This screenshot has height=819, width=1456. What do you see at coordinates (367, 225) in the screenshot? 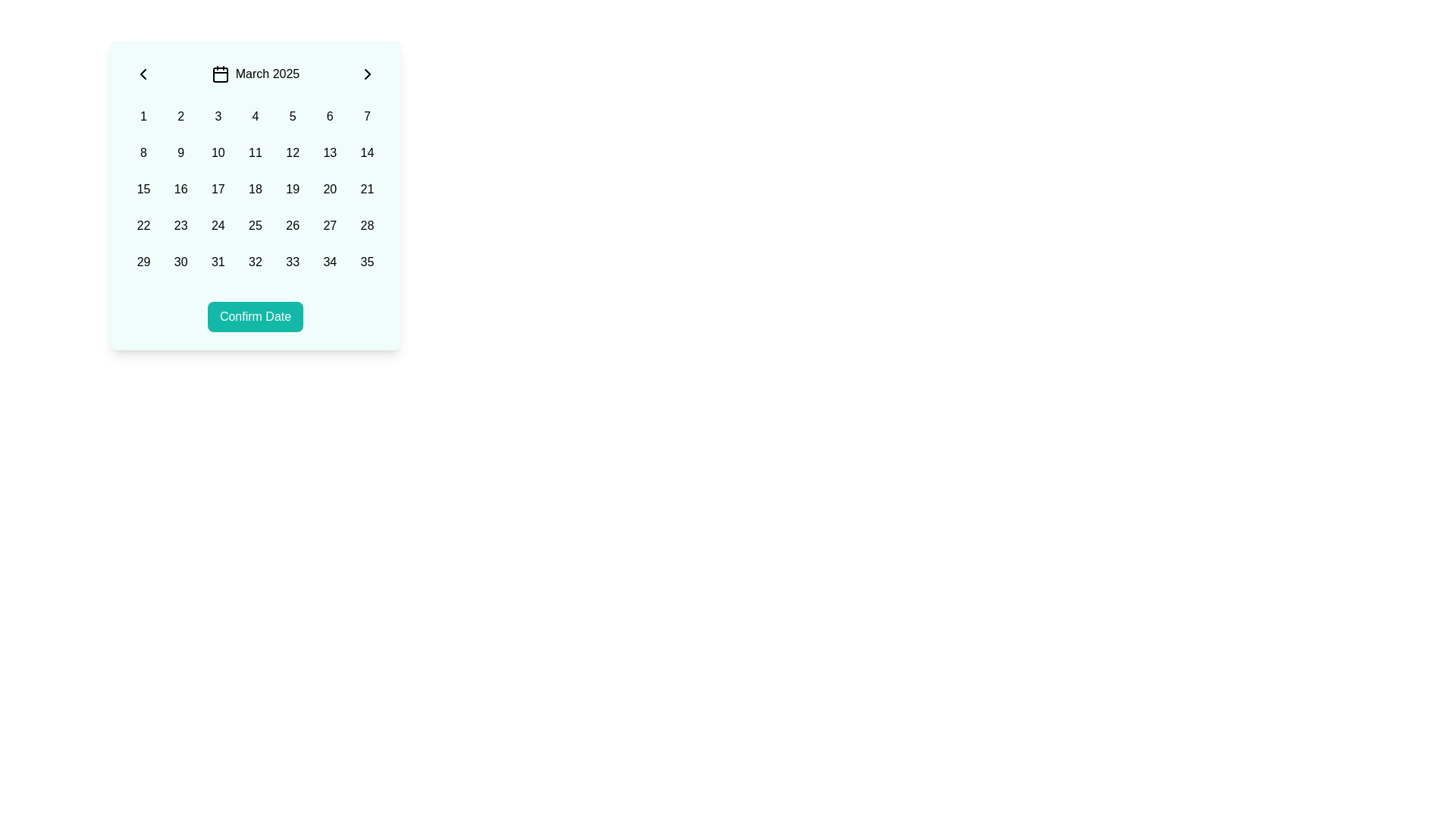
I see `the selectable date button (28) in the calendar interface located in the bottom-right region of the grid layout` at bounding box center [367, 225].